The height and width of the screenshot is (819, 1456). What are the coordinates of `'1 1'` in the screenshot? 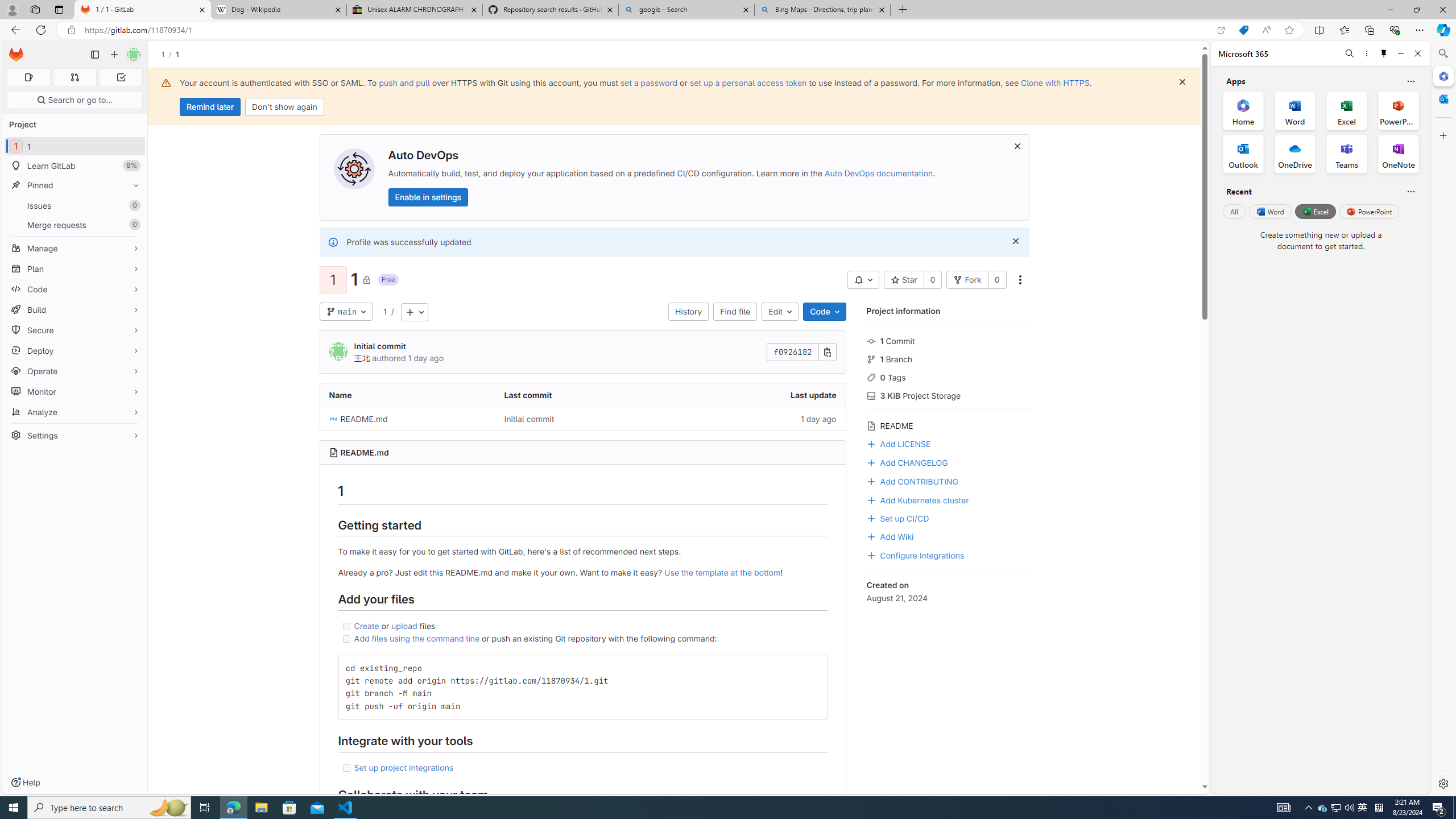 It's located at (74, 146).